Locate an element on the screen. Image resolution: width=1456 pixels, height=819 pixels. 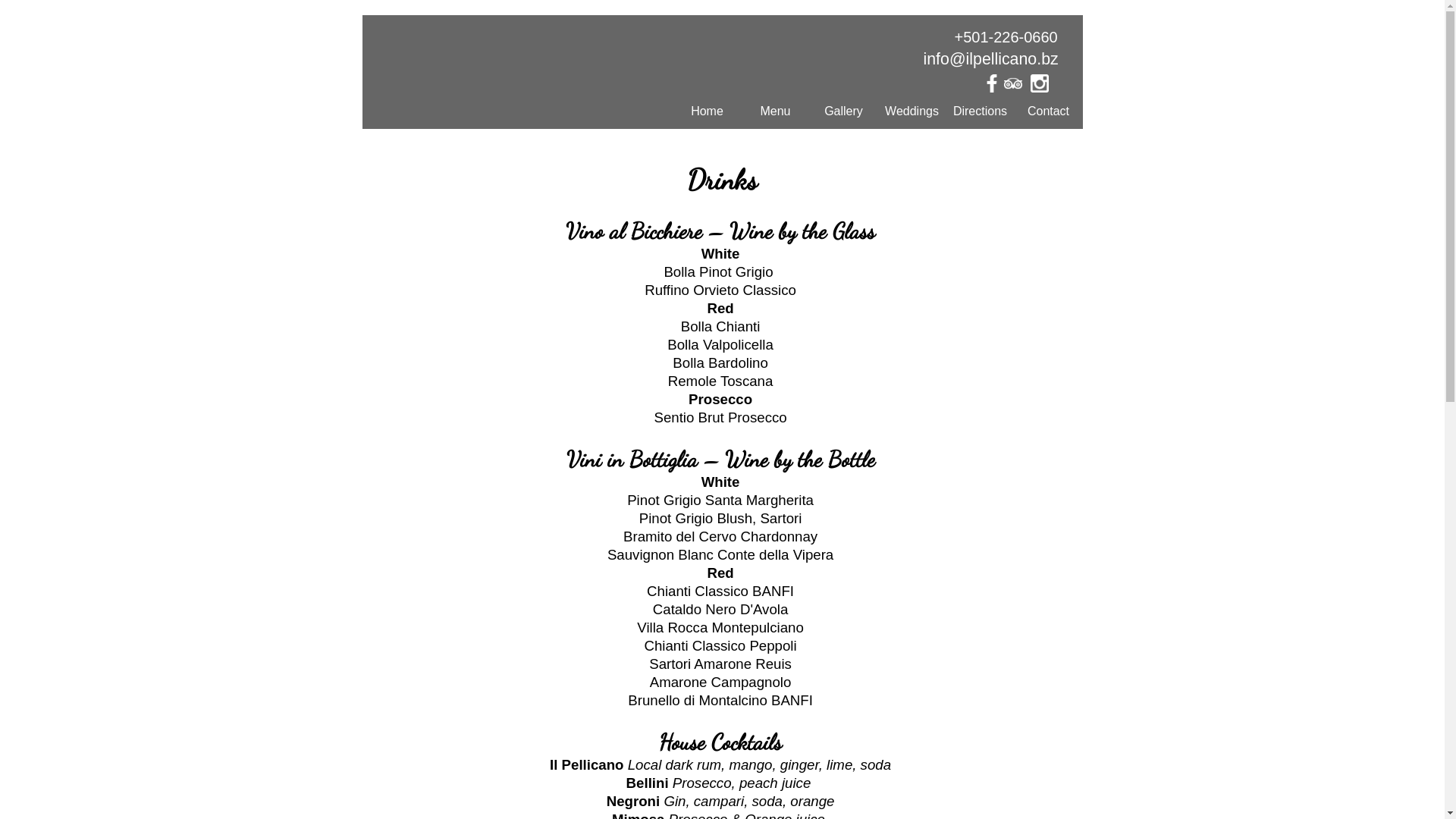
'Weddings' is located at coordinates (912, 110).